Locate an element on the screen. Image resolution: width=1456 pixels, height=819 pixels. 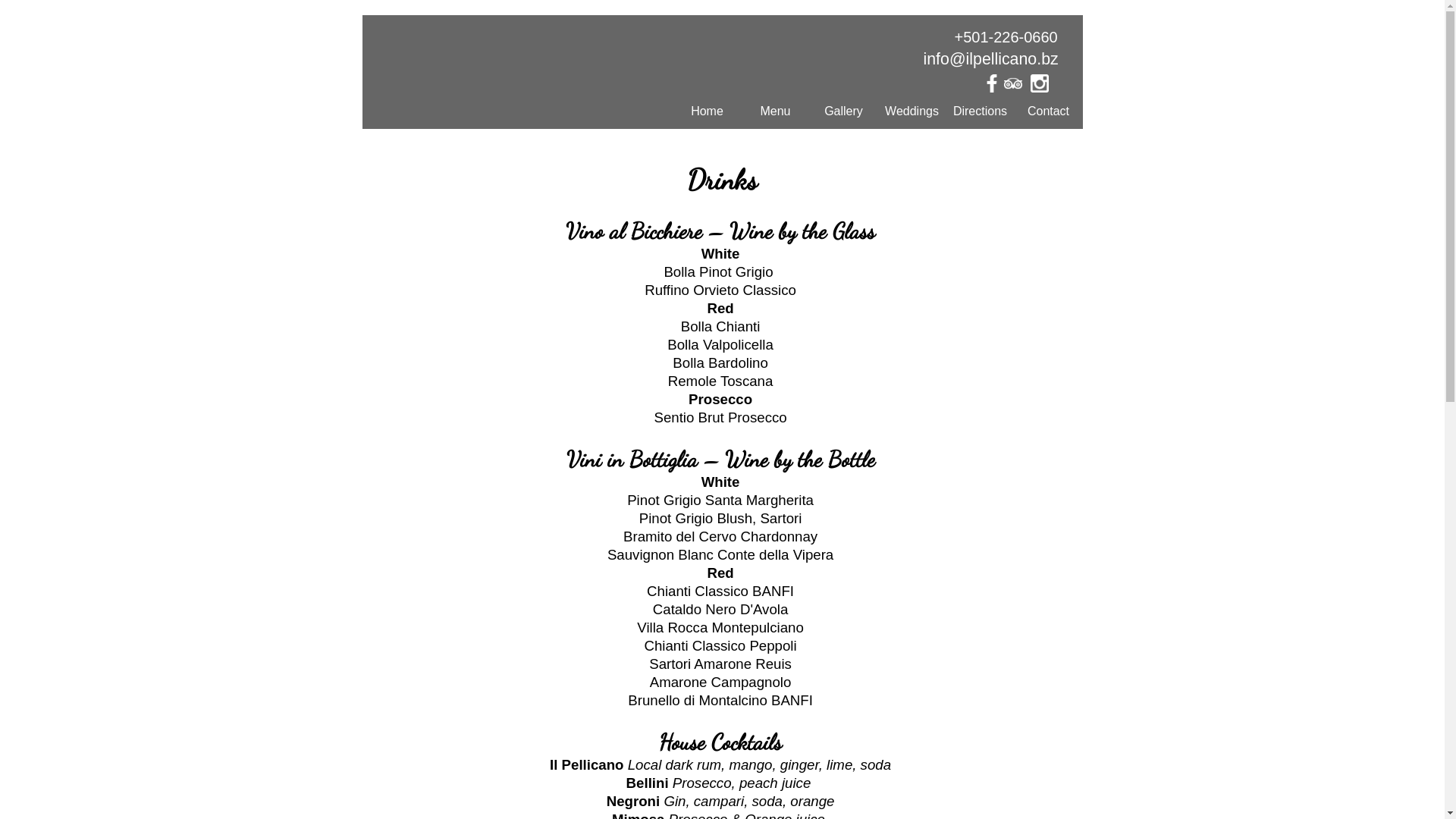
'Weddings' is located at coordinates (912, 110).